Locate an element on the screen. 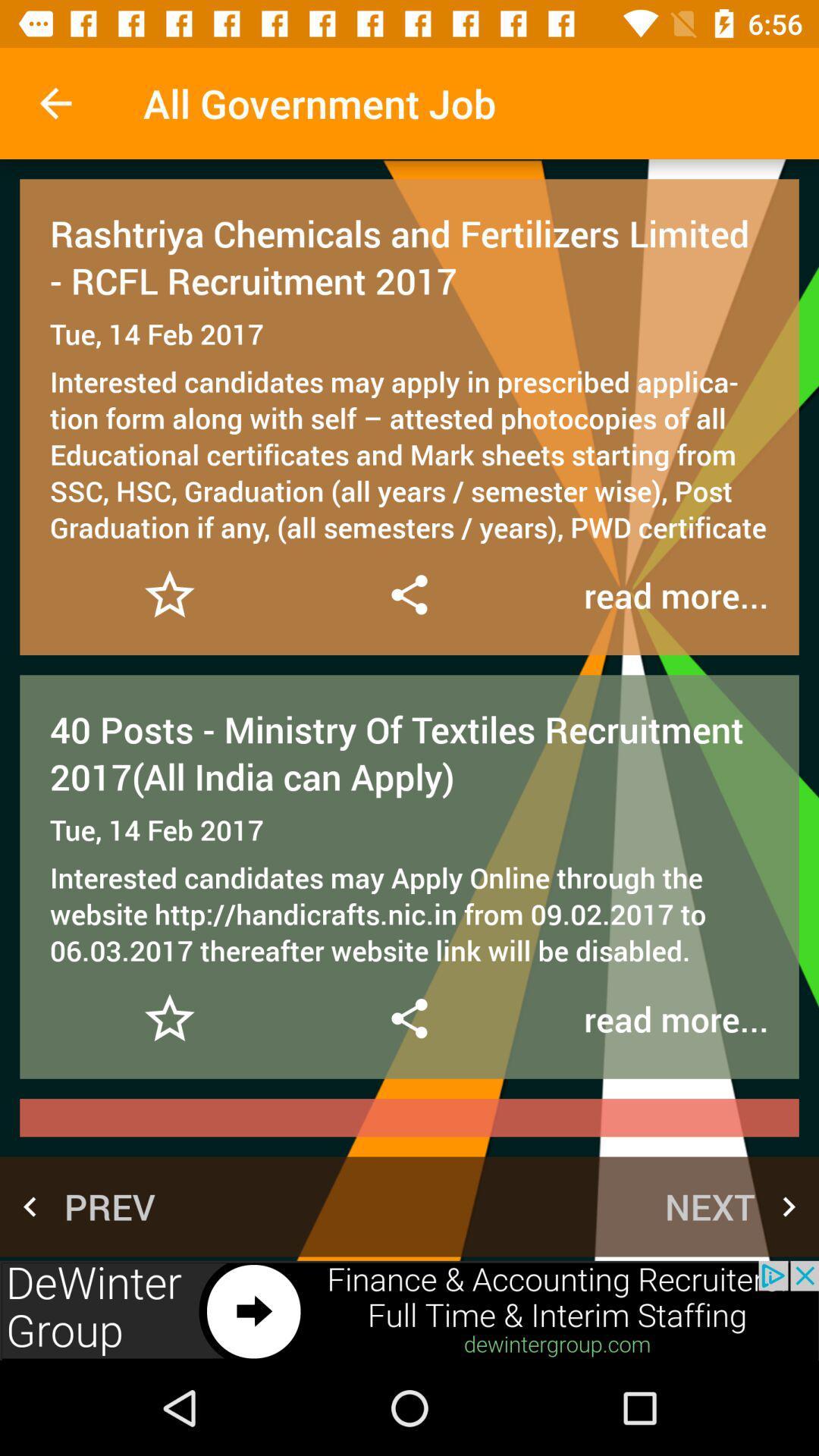 The height and width of the screenshot is (1456, 819). share is located at coordinates (408, 1018).